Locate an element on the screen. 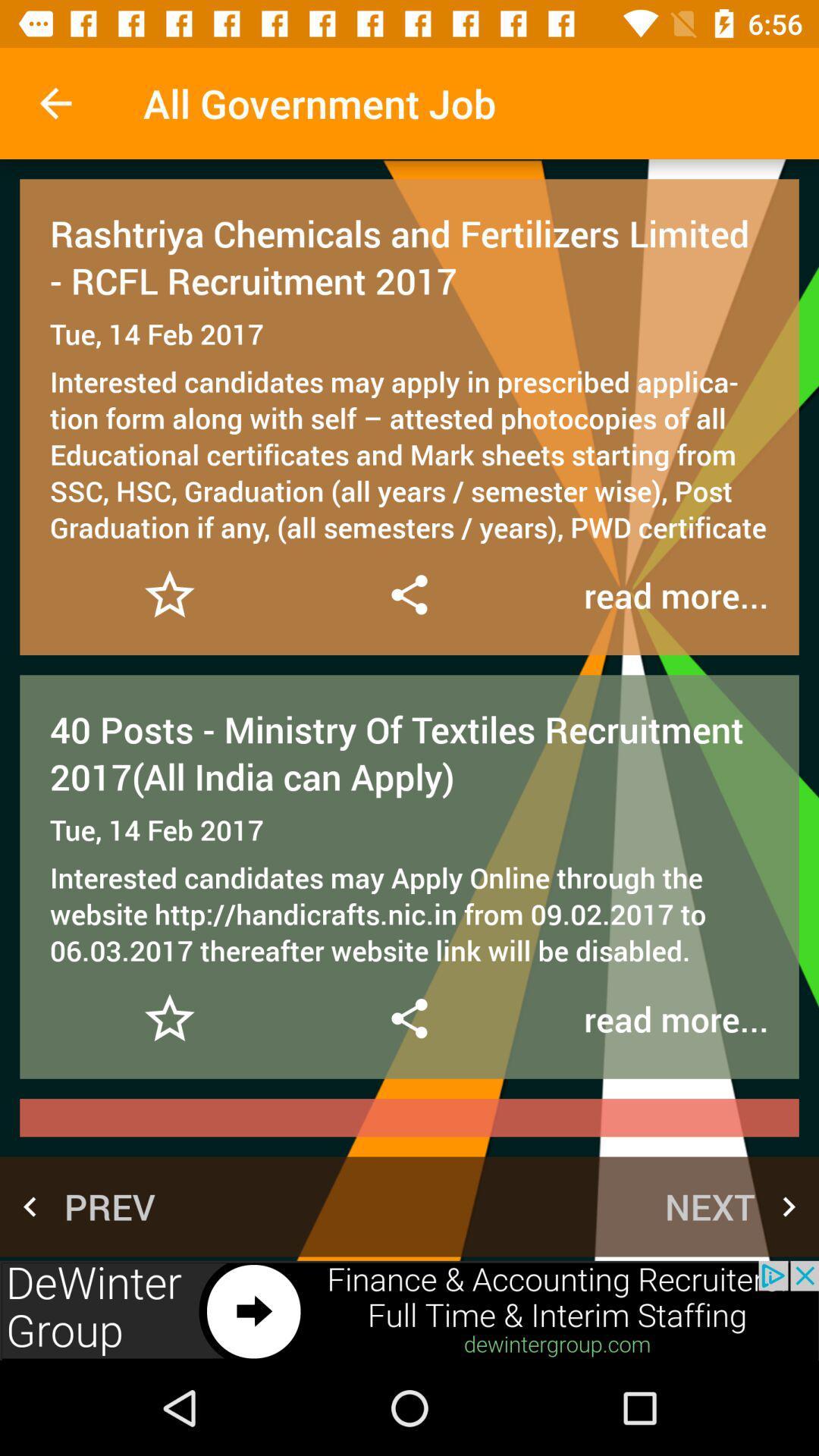 The height and width of the screenshot is (1456, 819). share is located at coordinates (408, 1018).